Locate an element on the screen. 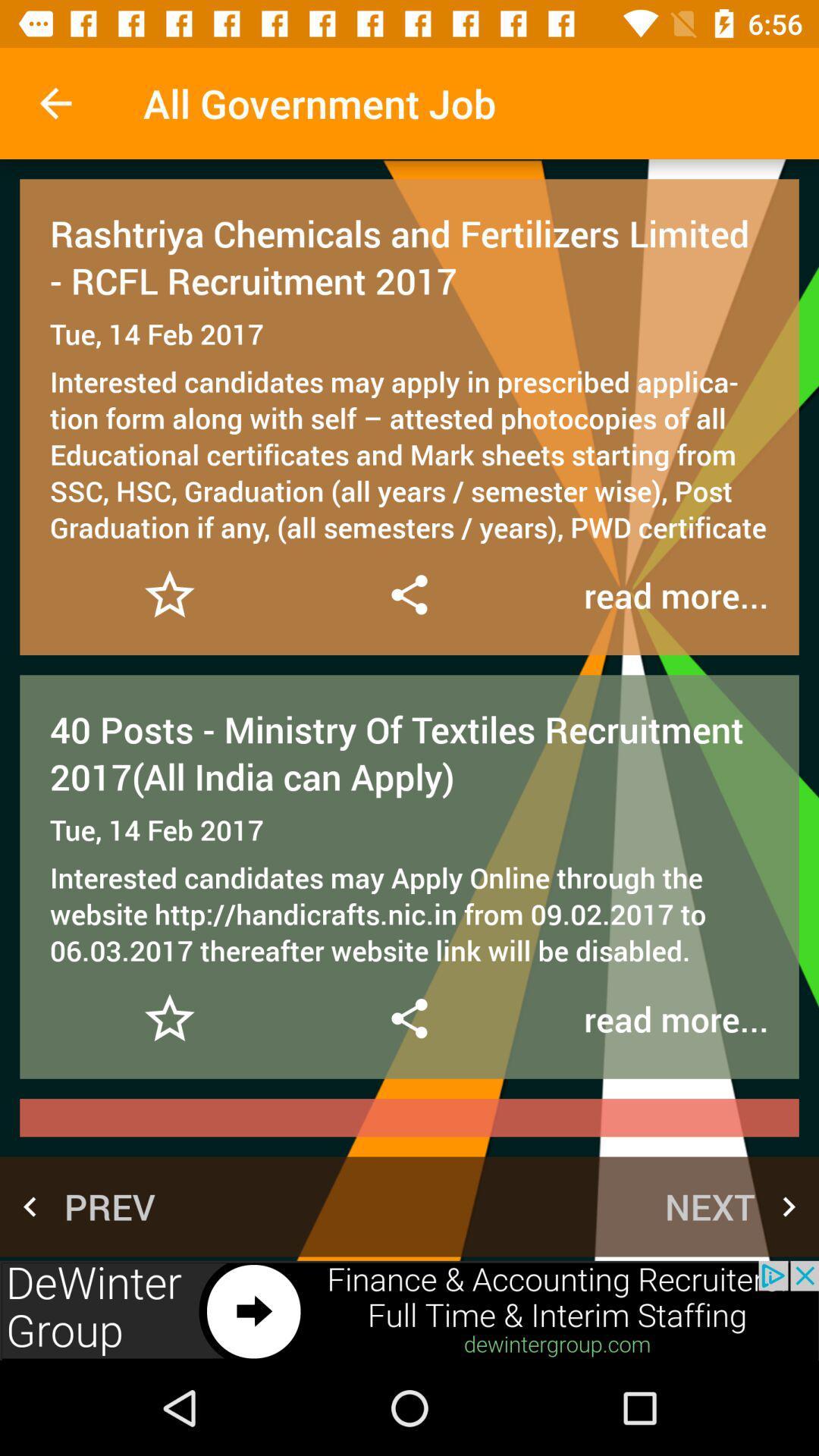 The height and width of the screenshot is (1456, 819). share is located at coordinates (408, 1018).